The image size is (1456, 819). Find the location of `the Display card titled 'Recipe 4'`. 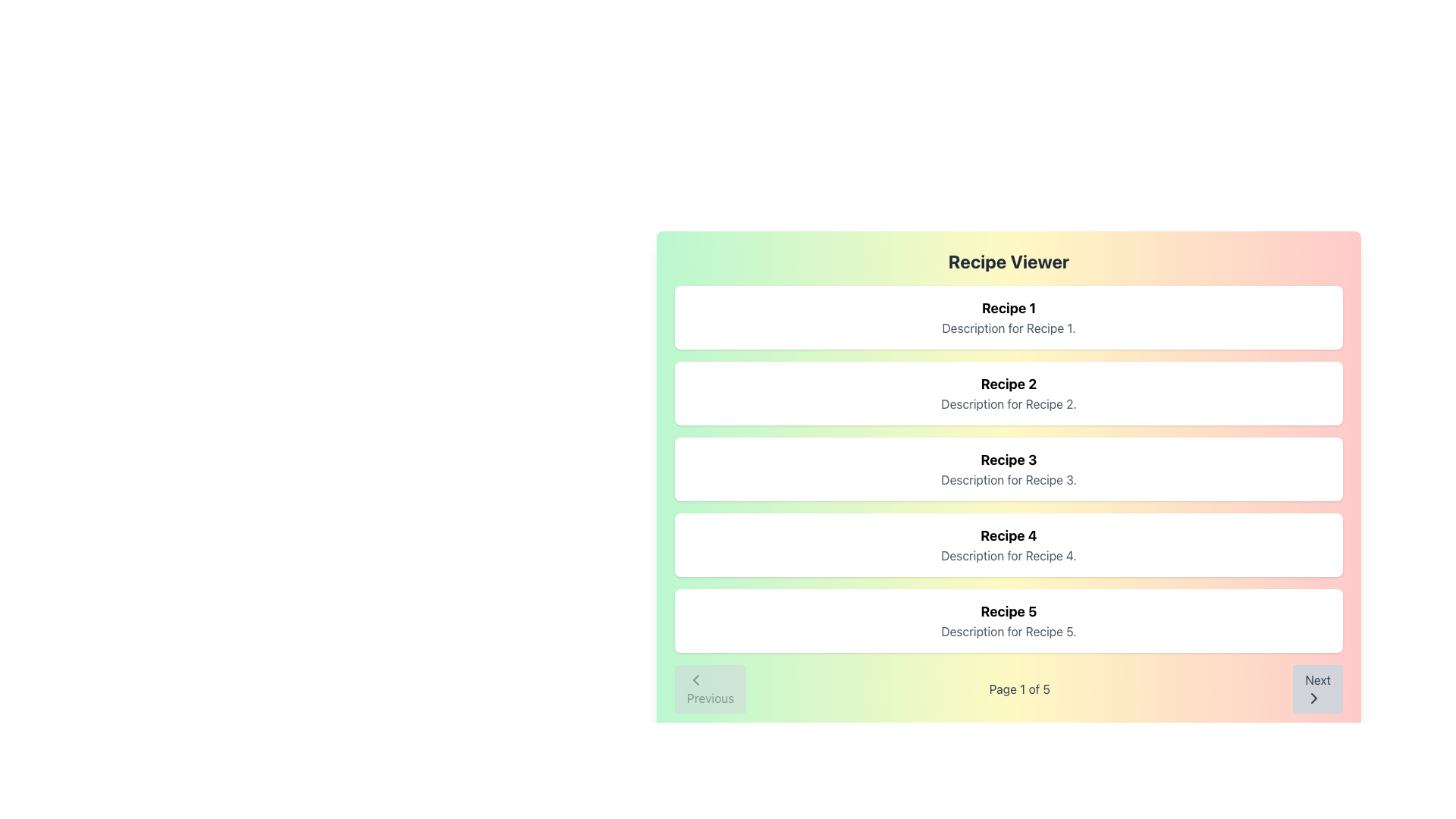

the Display card titled 'Recipe 4' is located at coordinates (1009, 544).